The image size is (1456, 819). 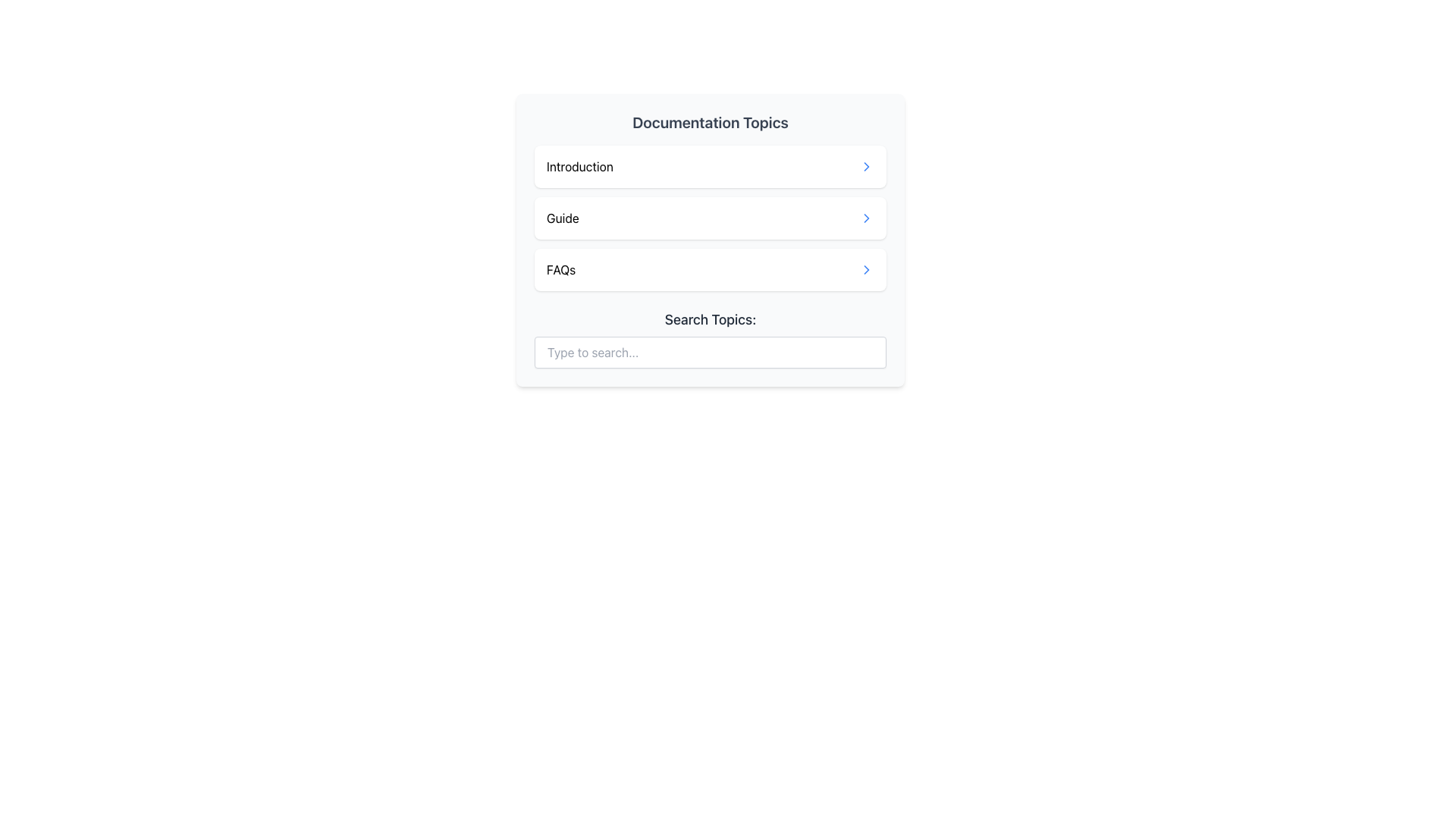 I want to click on the text label displaying 'Introduction' which is aligned to the left within a white box, positioned under the heading 'Documentation Topics', so click(x=579, y=166).